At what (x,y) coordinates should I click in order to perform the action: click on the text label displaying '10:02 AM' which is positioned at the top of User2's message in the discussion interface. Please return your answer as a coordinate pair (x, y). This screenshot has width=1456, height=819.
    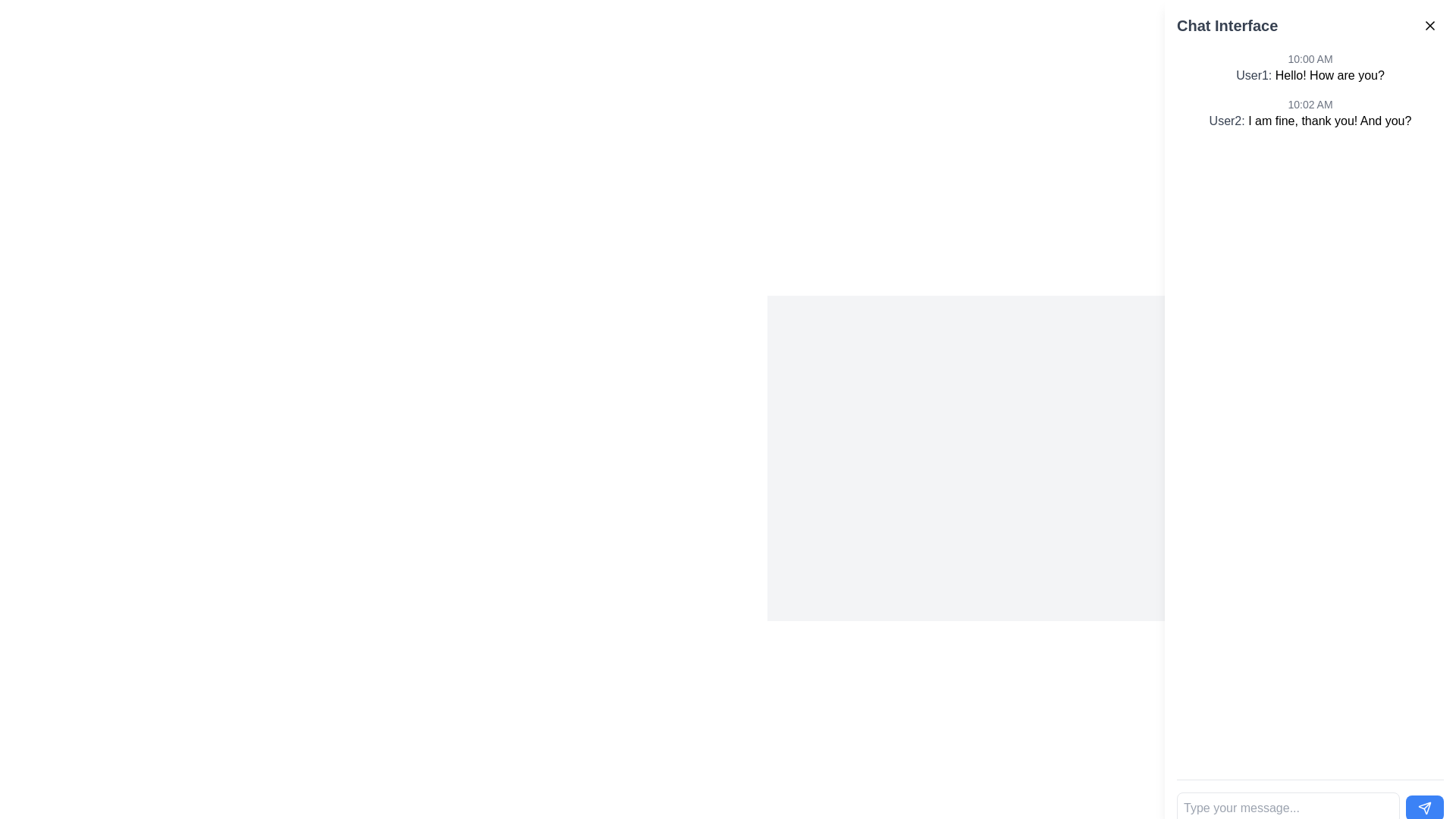
    Looking at the image, I should click on (1310, 104).